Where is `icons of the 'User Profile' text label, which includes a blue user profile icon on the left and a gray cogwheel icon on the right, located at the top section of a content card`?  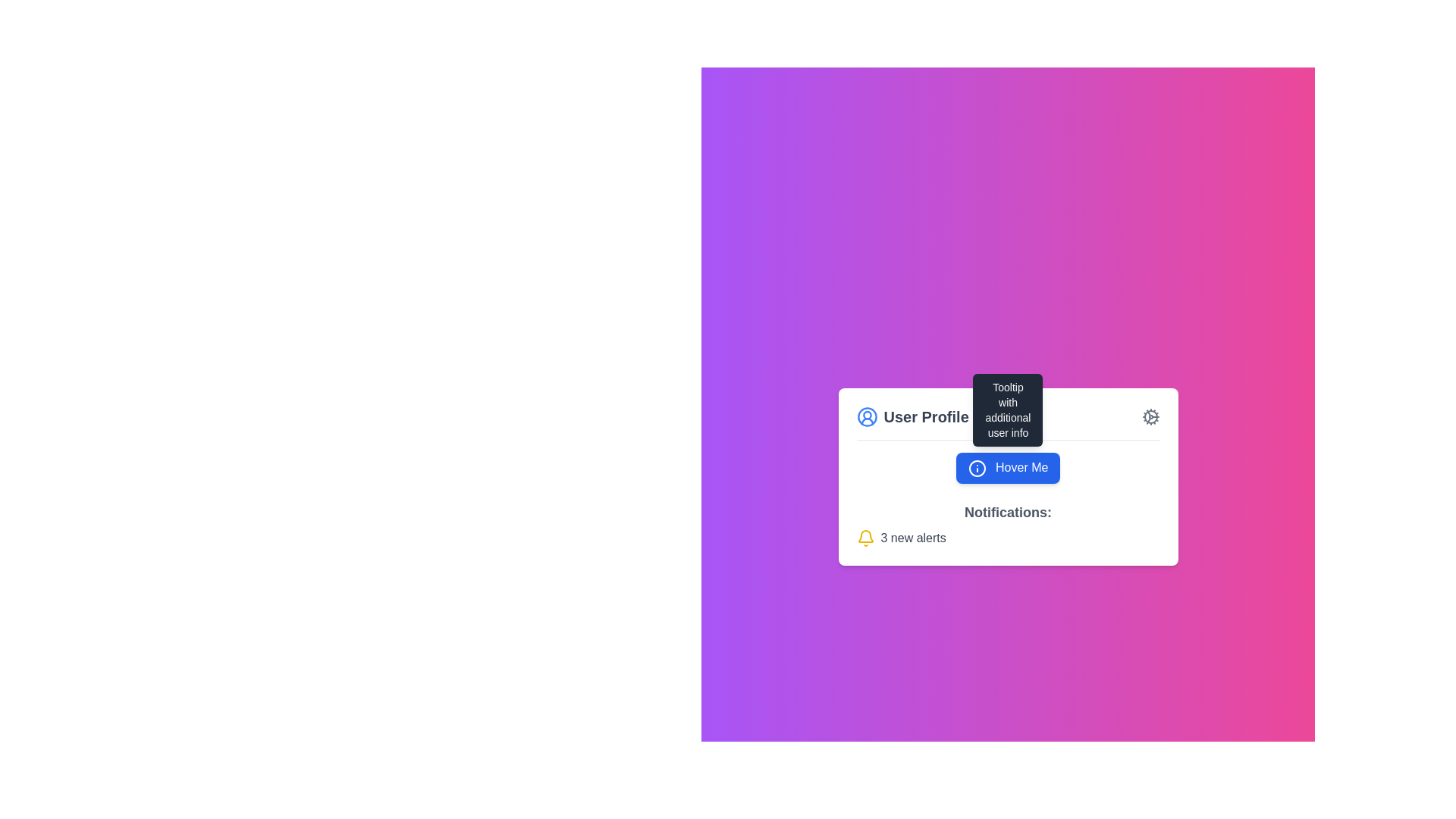
icons of the 'User Profile' text label, which includes a blue user profile icon on the left and a gray cogwheel icon on the right, located at the top section of a content card is located at coordinates (1008, 423).